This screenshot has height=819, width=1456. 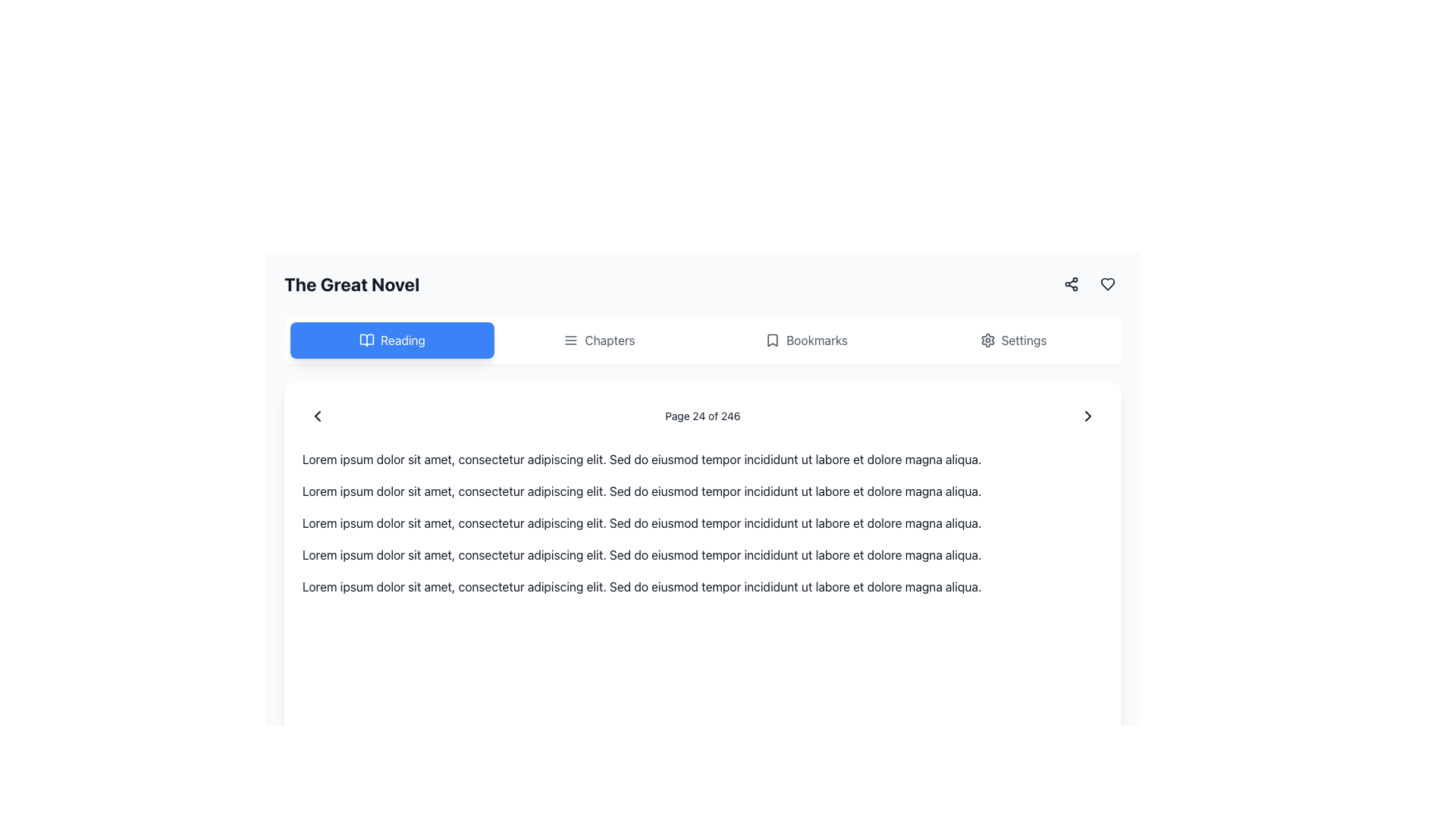 What do you see at coordinates (805, 339) in the screenshot?
I see `the 'Bookmarks' button, which is styled with a bookmark icon to the left of the text, located in the horizontal navigation bar` at bounding box center [805, 339].